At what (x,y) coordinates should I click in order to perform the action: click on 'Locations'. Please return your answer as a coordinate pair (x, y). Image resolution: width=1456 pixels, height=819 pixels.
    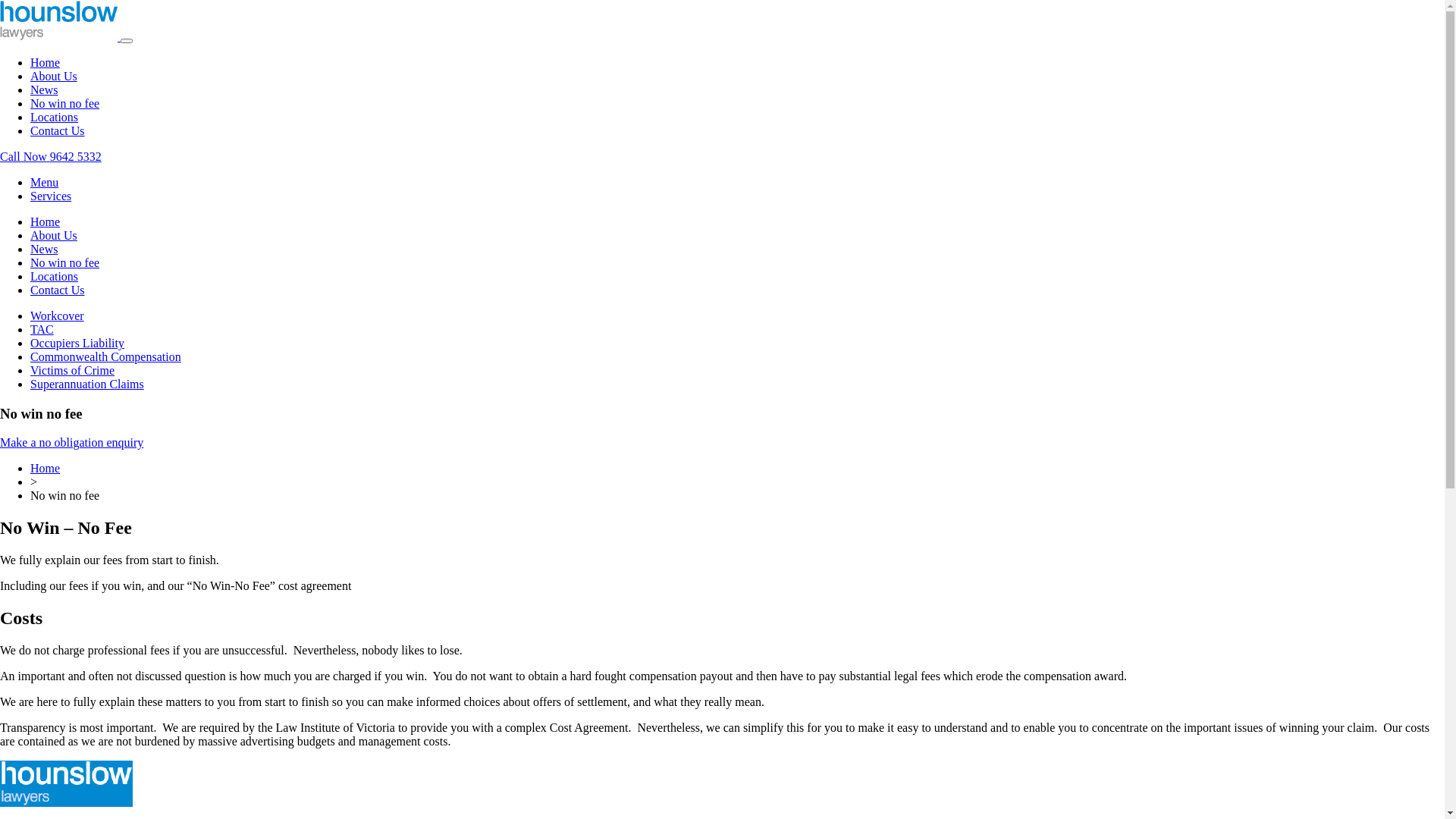
    Looking at the image, I should click on (54, 276).